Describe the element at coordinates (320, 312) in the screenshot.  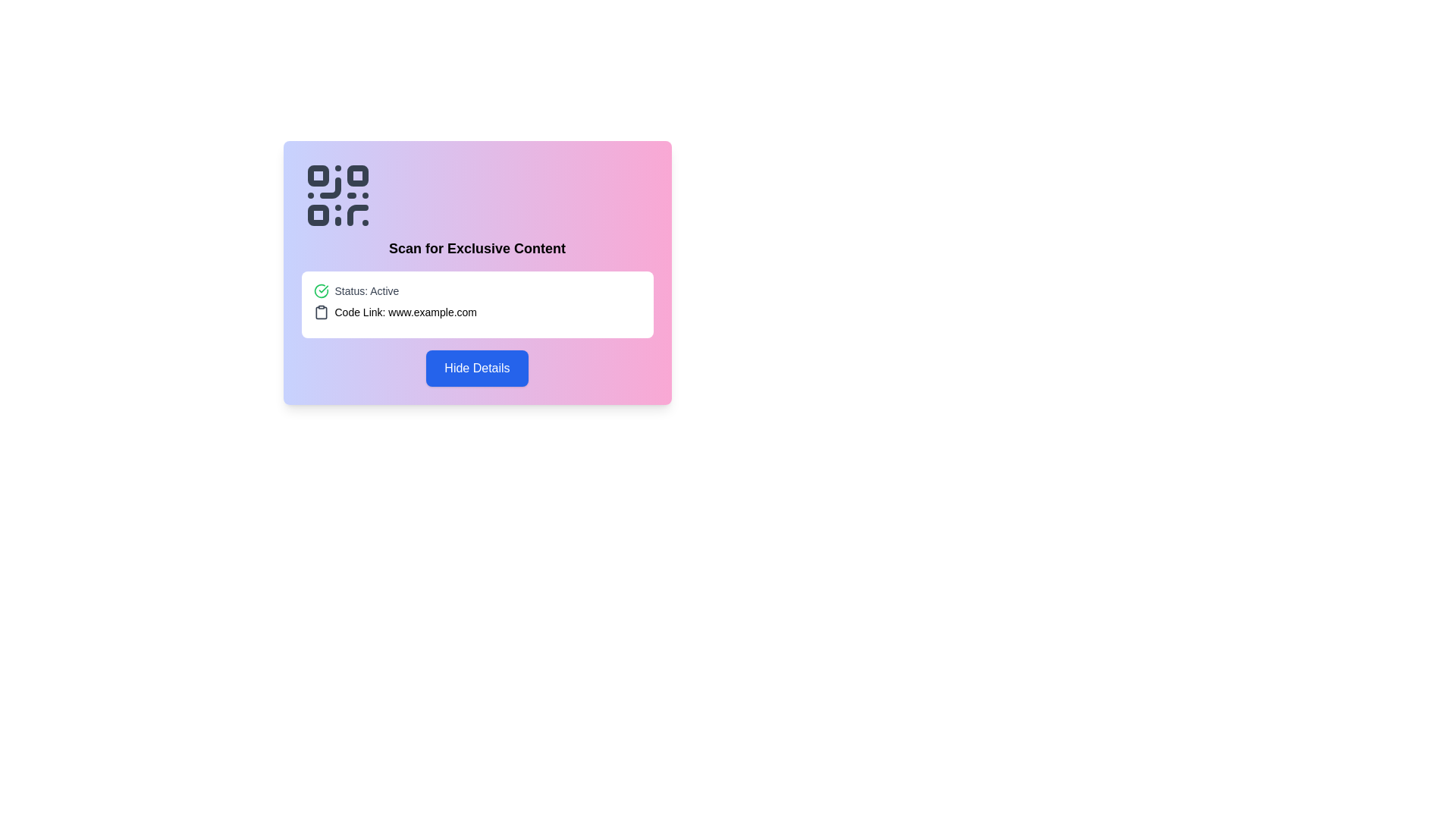
I see `the small gray clipboard icon located to the immediate left of the text 'Code Link: www.example.com'` at that location.